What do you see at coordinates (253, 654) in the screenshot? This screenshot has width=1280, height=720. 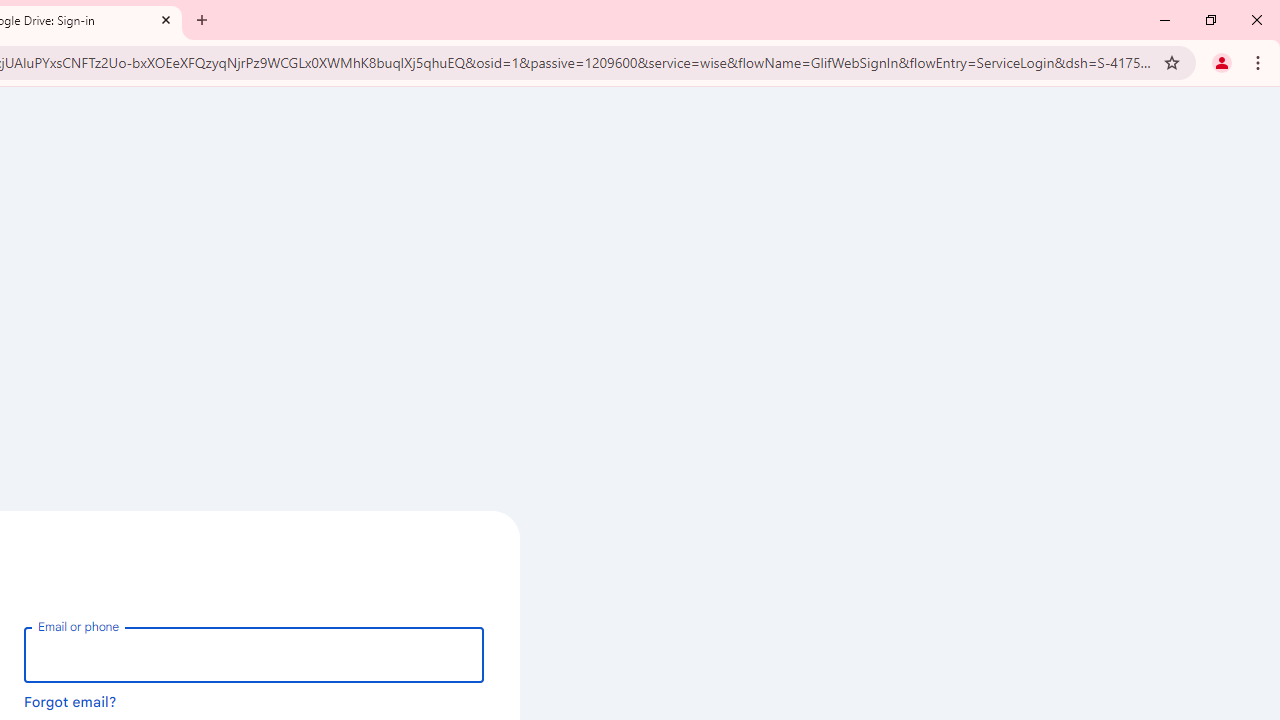 I see `'Email or phone'` at bounding box center [253, 654].